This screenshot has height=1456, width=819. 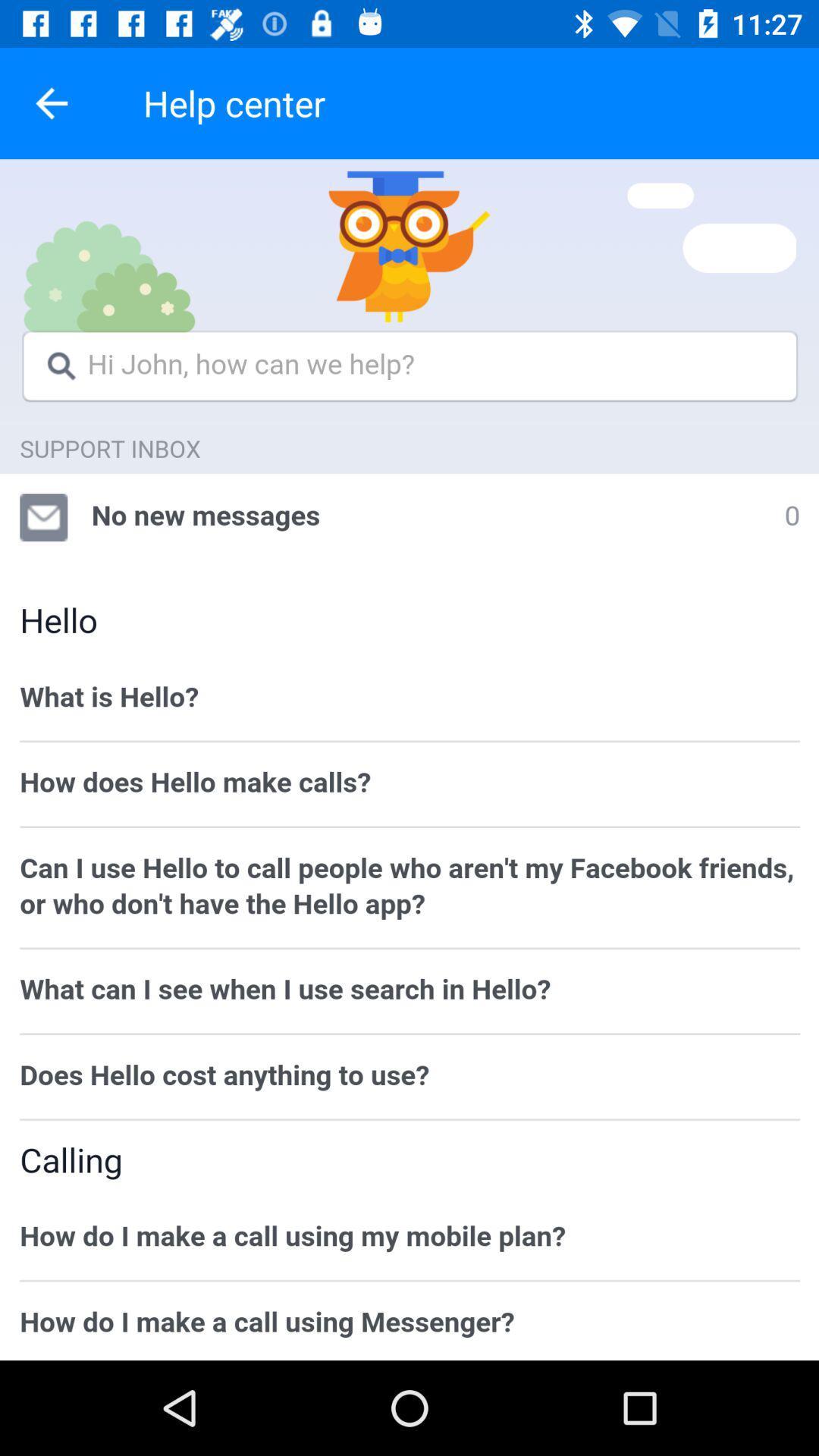 What do you see at coordinates (51, 102) in the screenshot?
I see `go back` at bounding box center [51, 102].